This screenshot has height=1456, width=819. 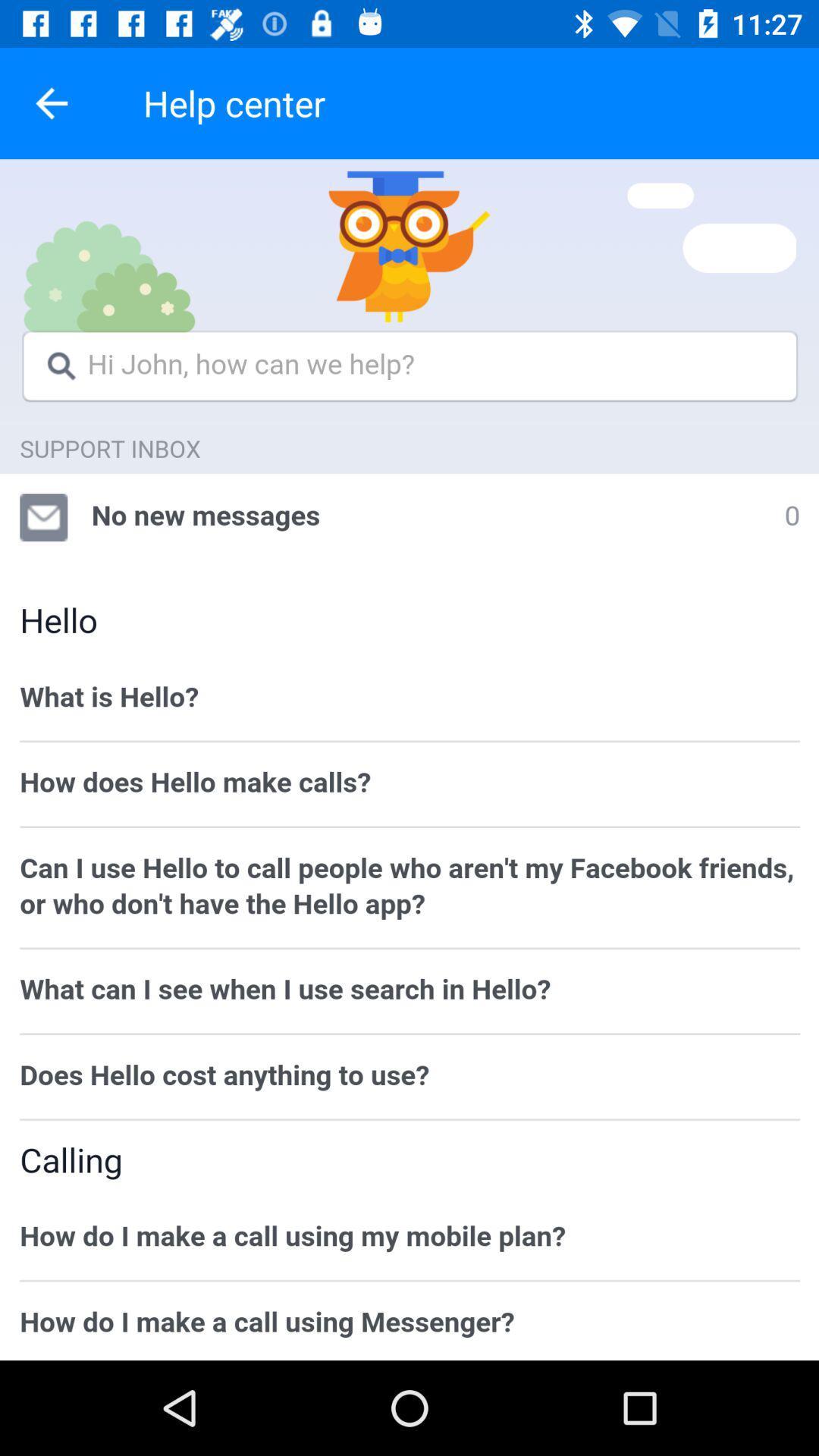 What do you see at coordinates (51, 102) in the screenshot?
I see `go back` at bounding box center [51, 102].